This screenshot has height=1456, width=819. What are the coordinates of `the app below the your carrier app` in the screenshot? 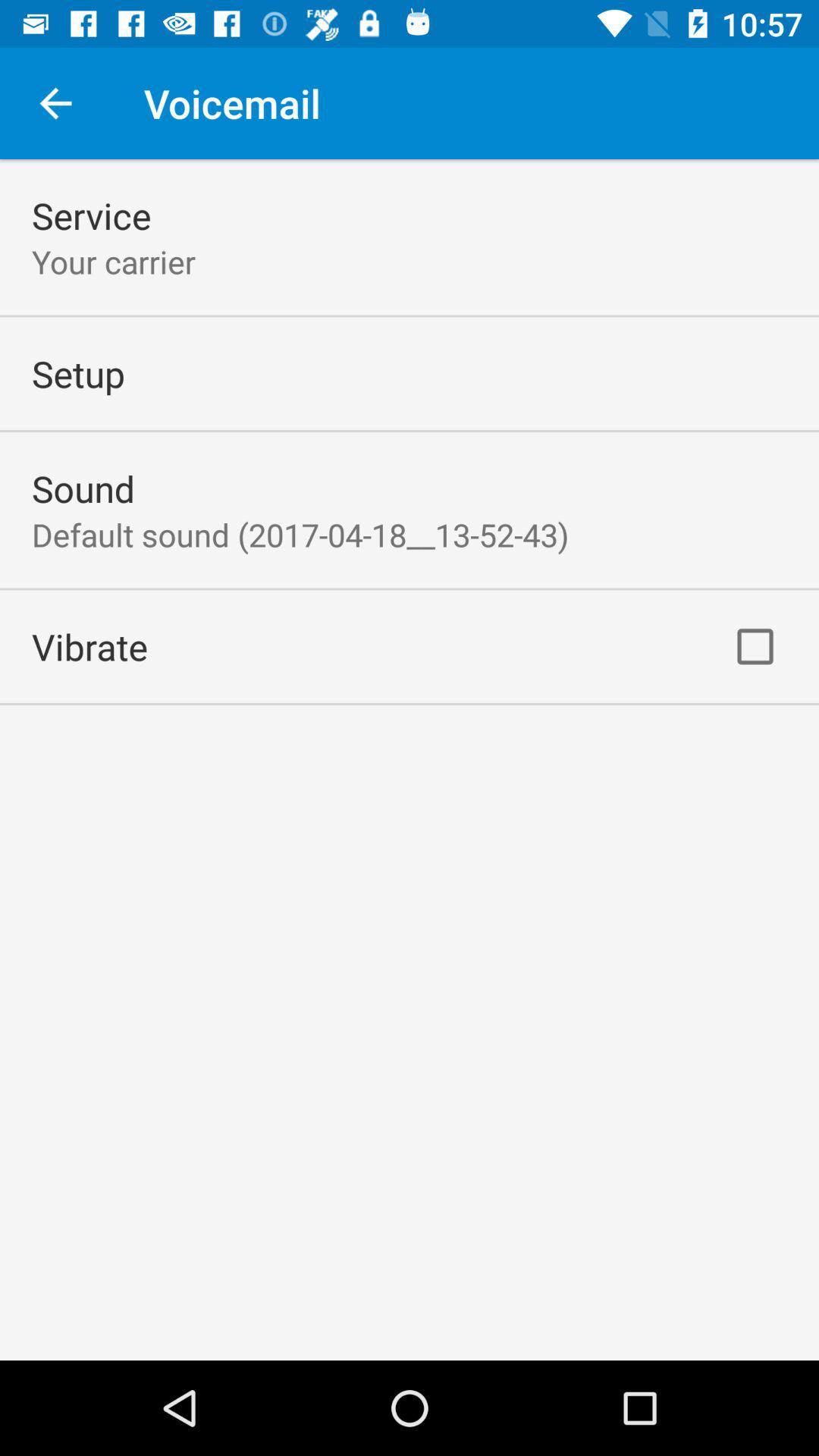 It's located at (78, 373).